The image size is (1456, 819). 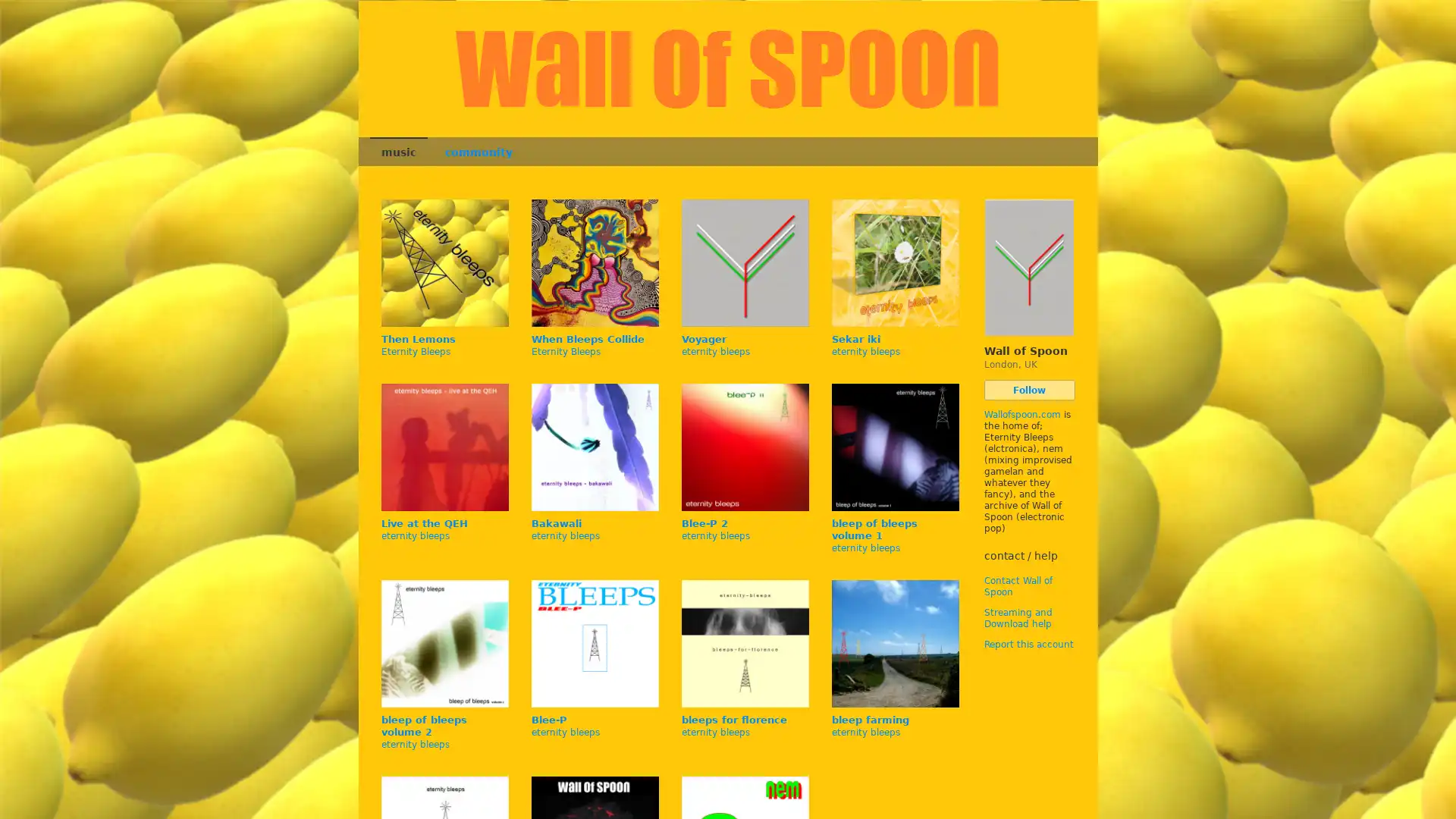 What do you see at coordinates (1029, 389) in the screenshot?
I see `Follow` at bounding box center [1029, 389].